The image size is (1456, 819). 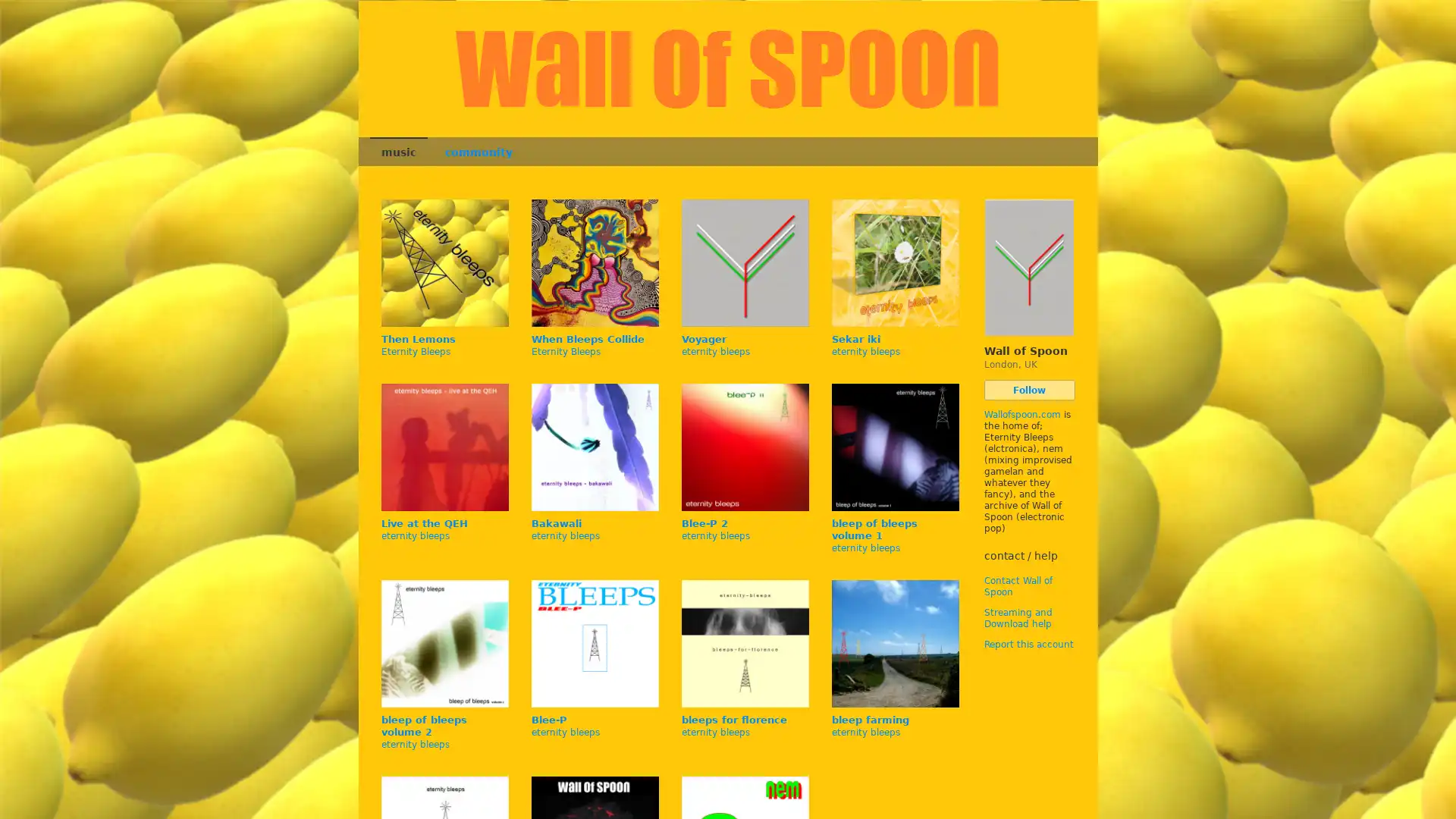 What do you see at coordinates (1029, 389) in the screenshot?
I see `Follow` at bounding box center [1029, 389].